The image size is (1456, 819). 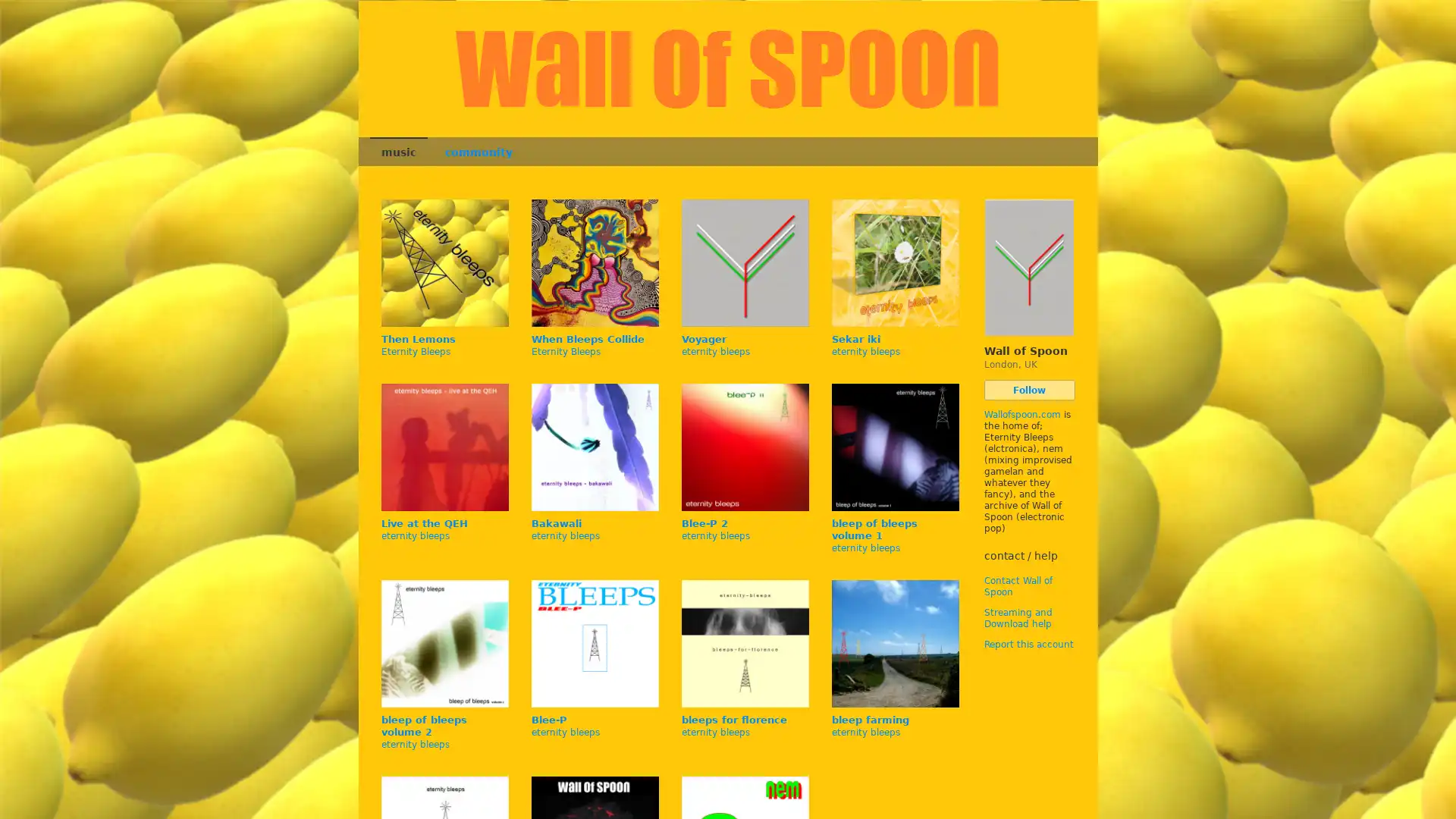 What do you see at coordinates (1029, 389) in the screenshot?
I see `Follow` at bounding box center [1029, 389].